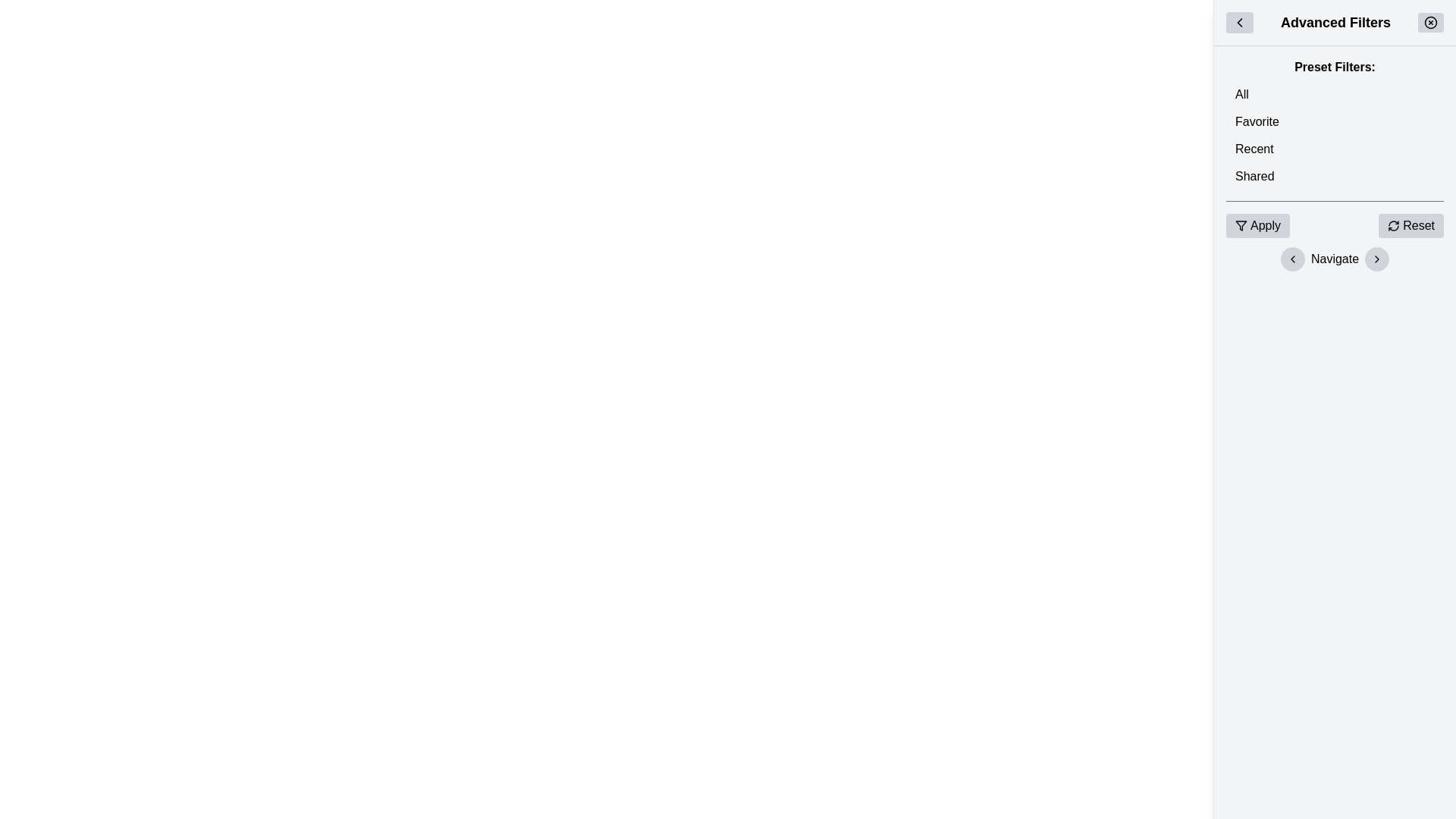  I want to click on the small circular icon with a cross inside it, located in the top-right section of the interface, so click(1429, 23).